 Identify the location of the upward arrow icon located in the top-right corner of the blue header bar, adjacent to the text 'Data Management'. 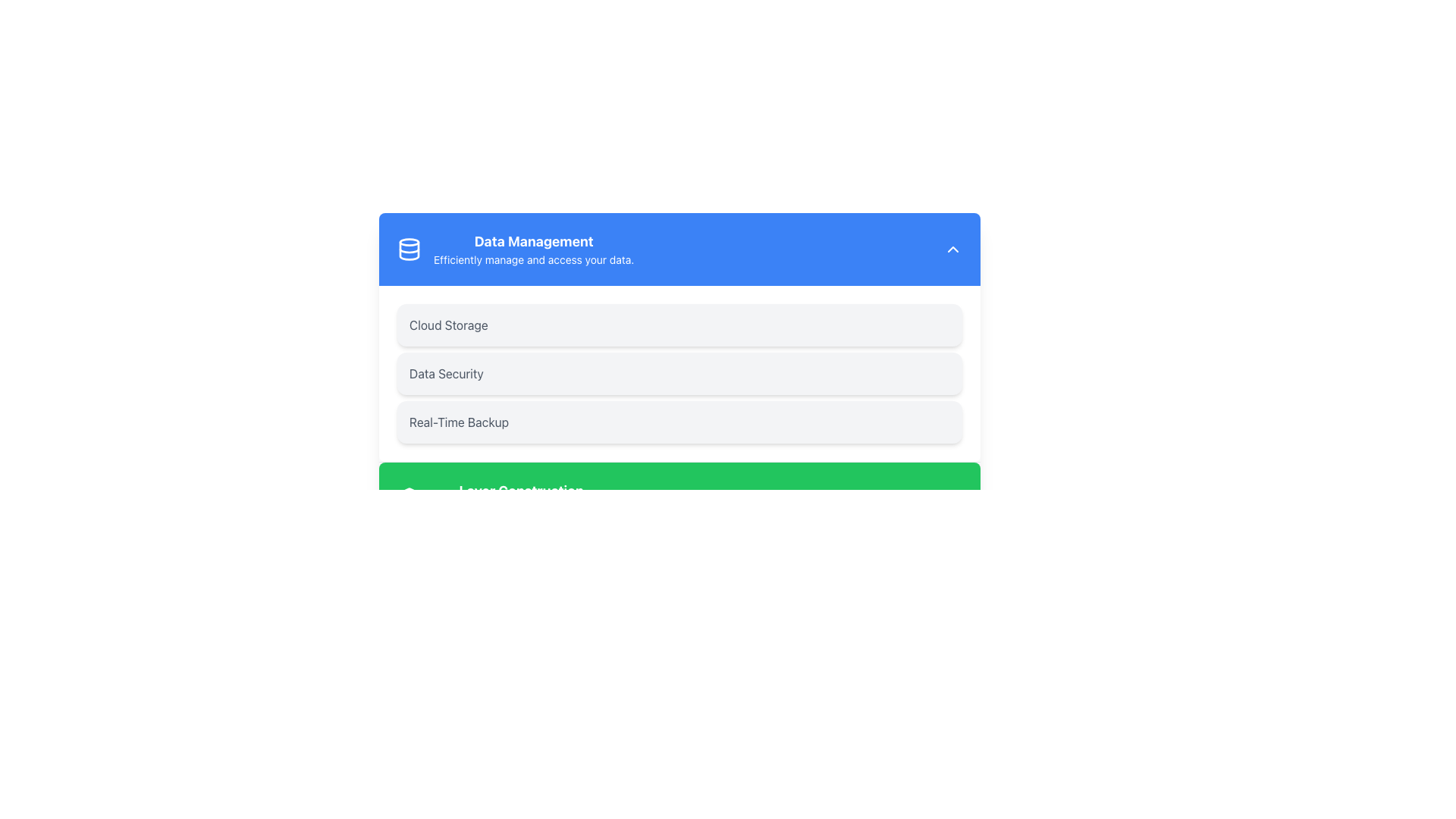
(952, 248).